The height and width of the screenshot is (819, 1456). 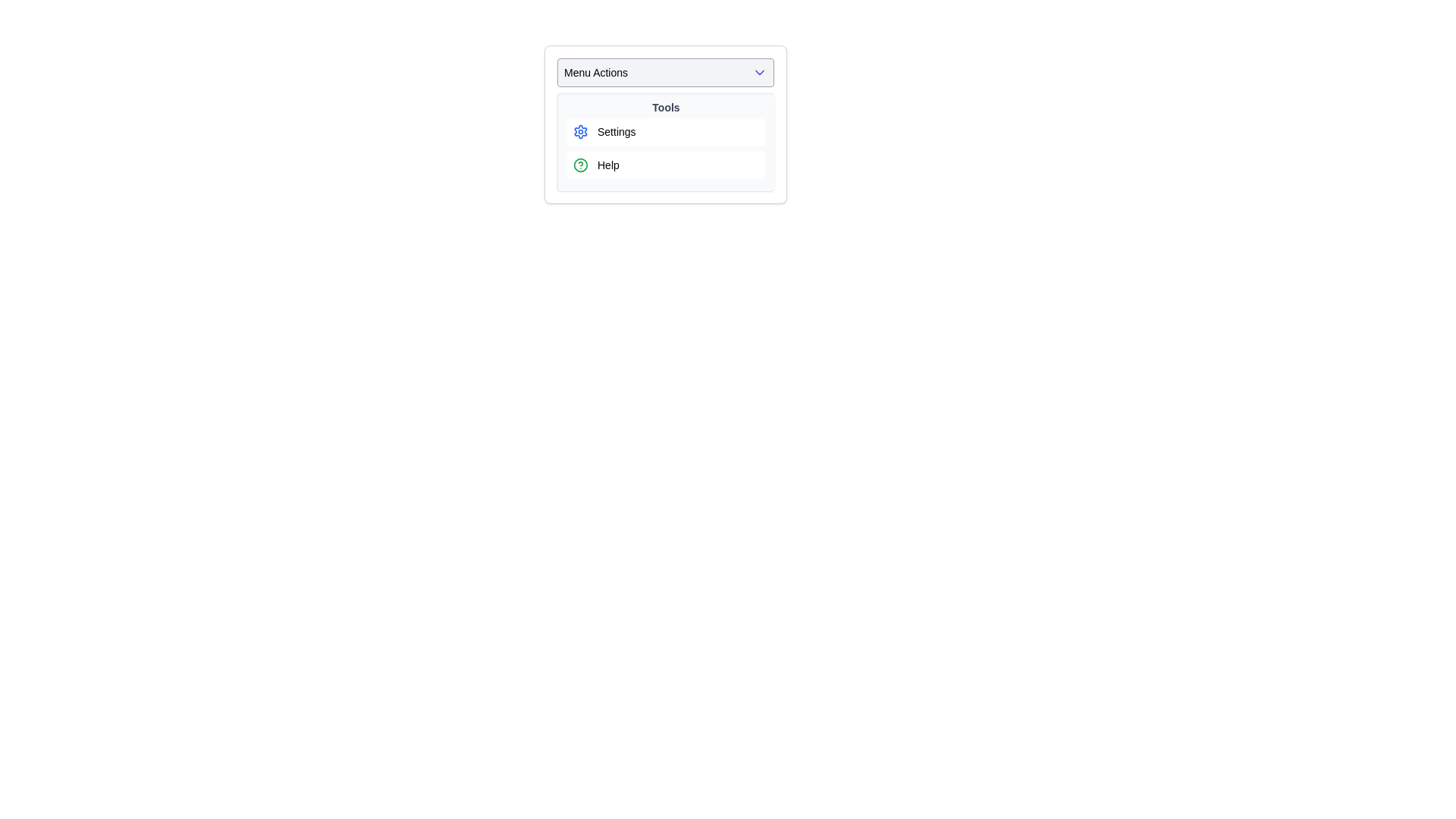 What do you see at coordinates (580, 165) in the screenshot?
I see `the green circular help icon with a question mark, which is located to the left of the 'Help' label in the second item of the vertically stacked menu list` at bounding box center [580, 165].